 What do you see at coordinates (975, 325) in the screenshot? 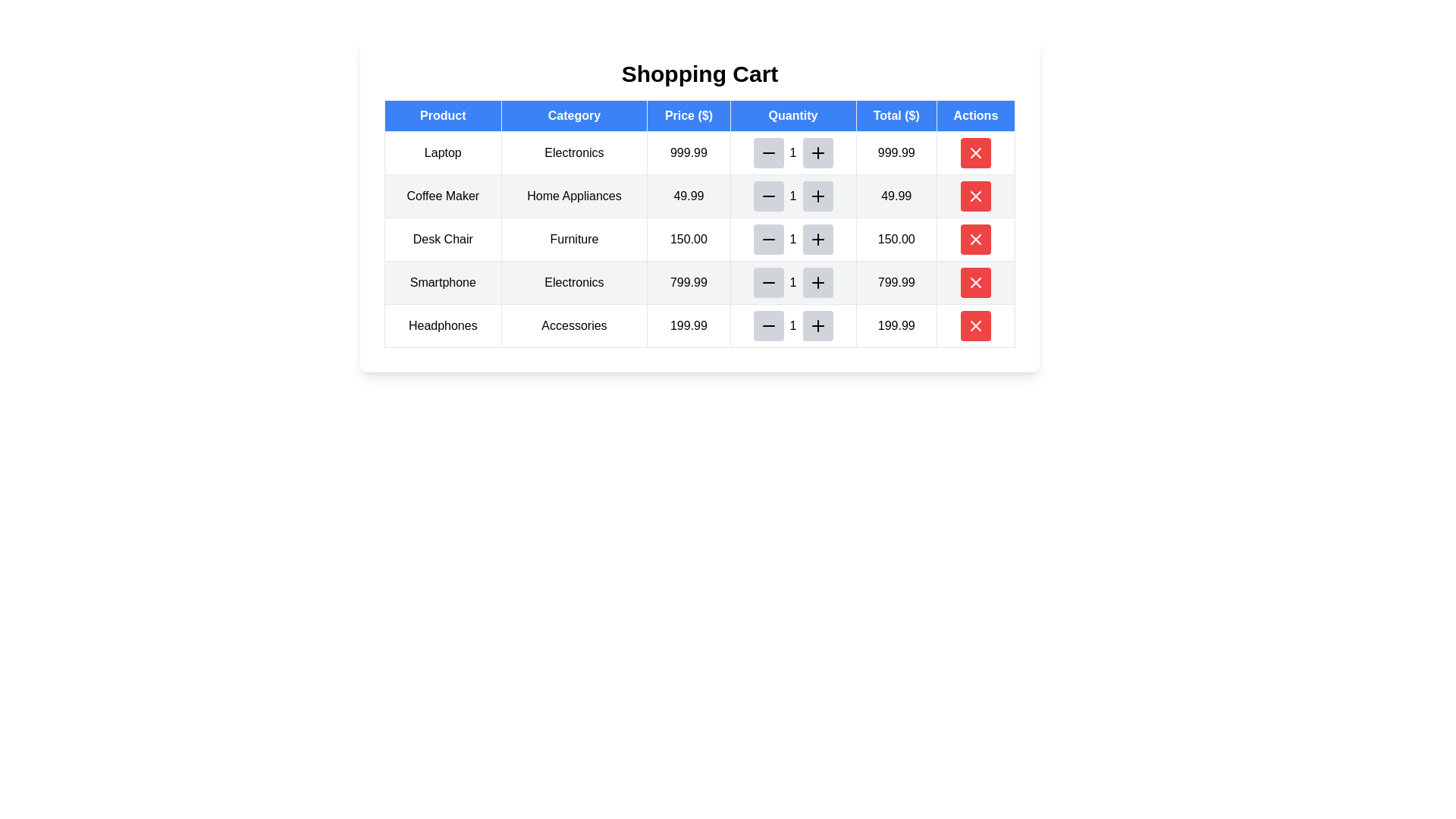
I see `the delete button located in the 'Actions' column of the shopping cart table for the 'Headphones' product` at bounding box center [975, 325].